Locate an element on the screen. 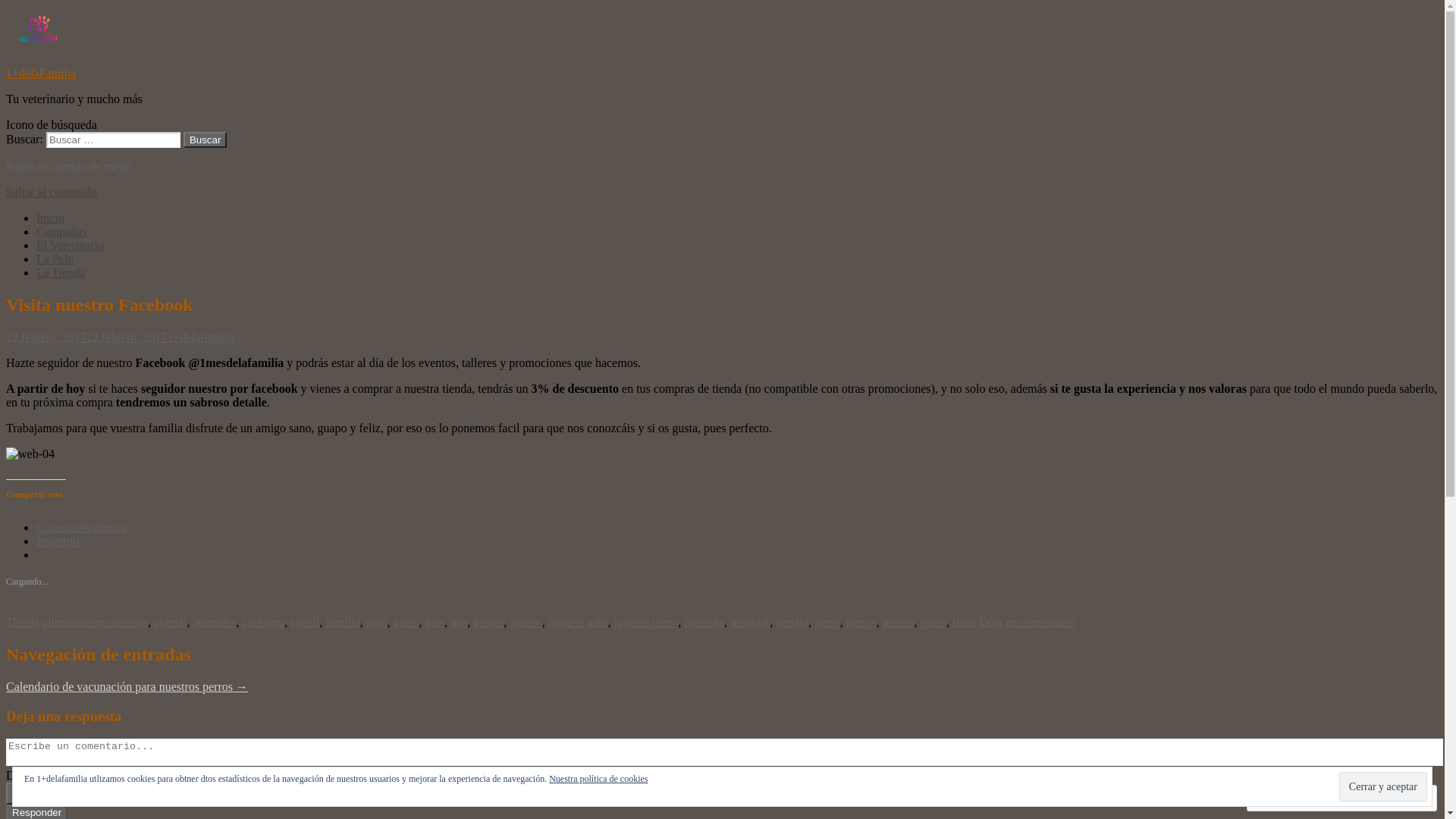  'gos' is located at coordinates (450, 622).